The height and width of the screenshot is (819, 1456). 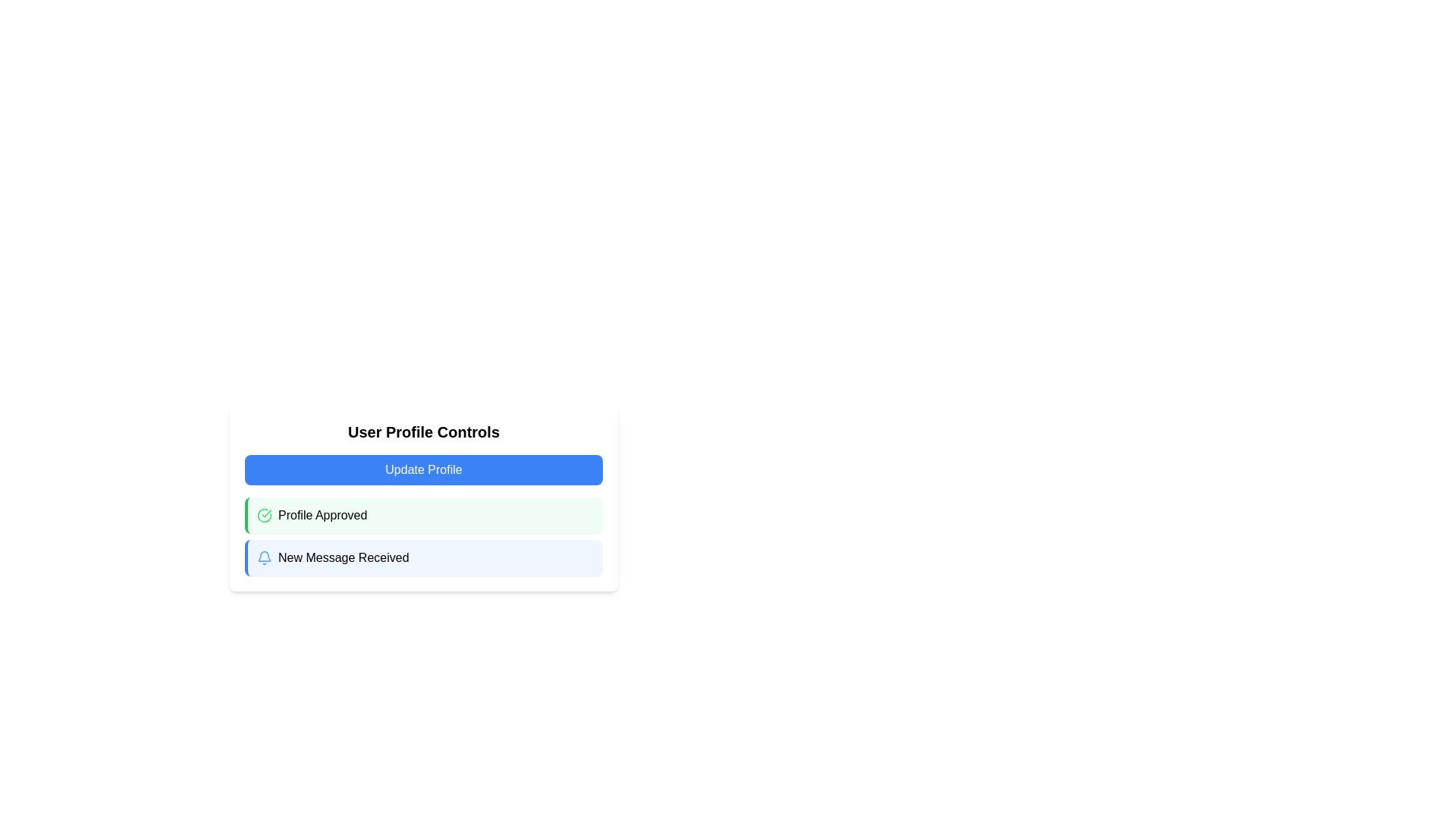 What do you see at coordinates (265, 556) in the screenshot?
I see `the vector graphic element that forms part of the bell icon representing notifications, located in the bottom-right portion of the interface, adjacent to the 'New Message Received' section` at bounding box center [265, 556].